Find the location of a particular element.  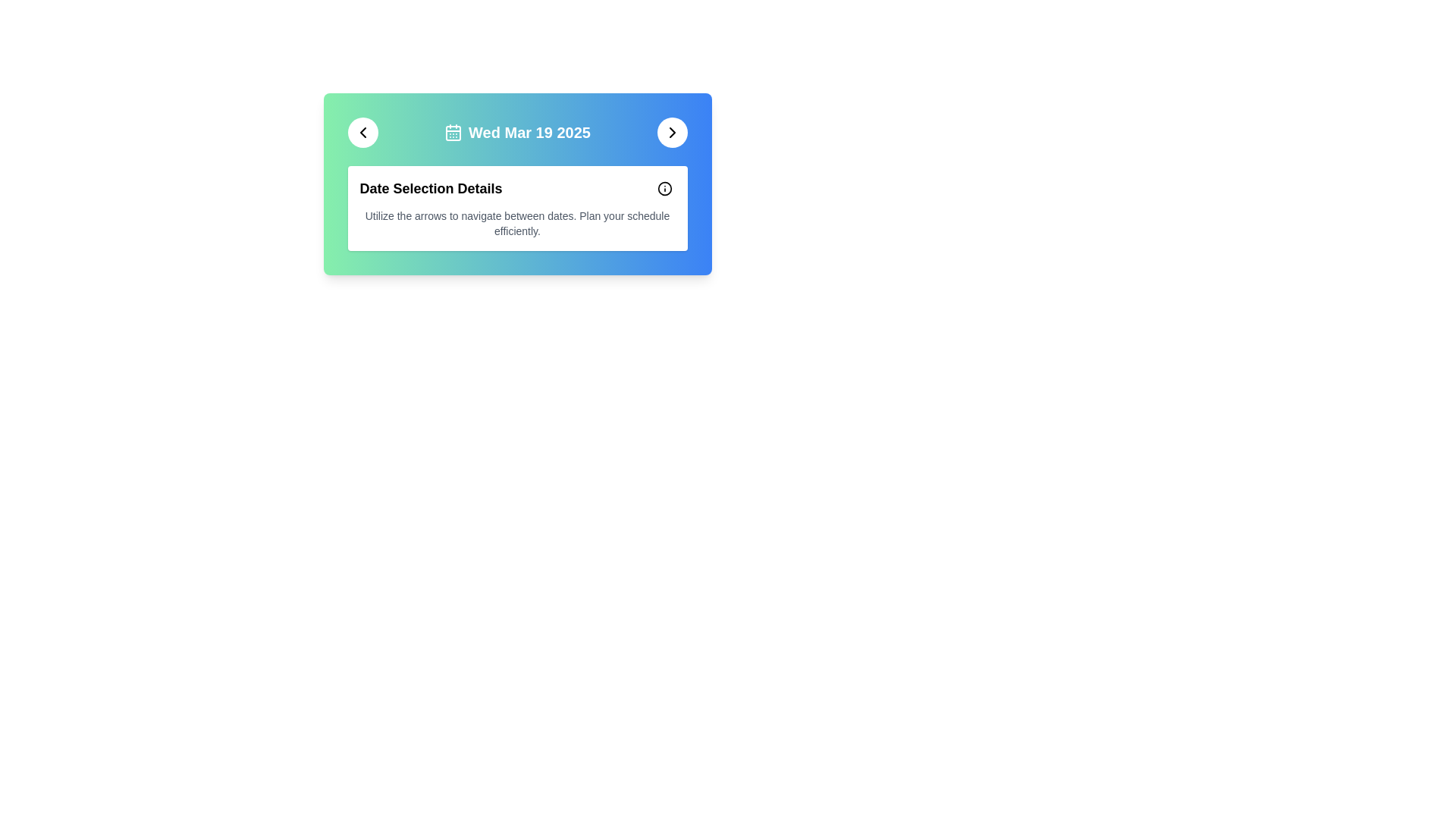

the small circular button with a white fill and a black rightward-pointing chevron icon to change its visual state is located at coordinates (671, 131).